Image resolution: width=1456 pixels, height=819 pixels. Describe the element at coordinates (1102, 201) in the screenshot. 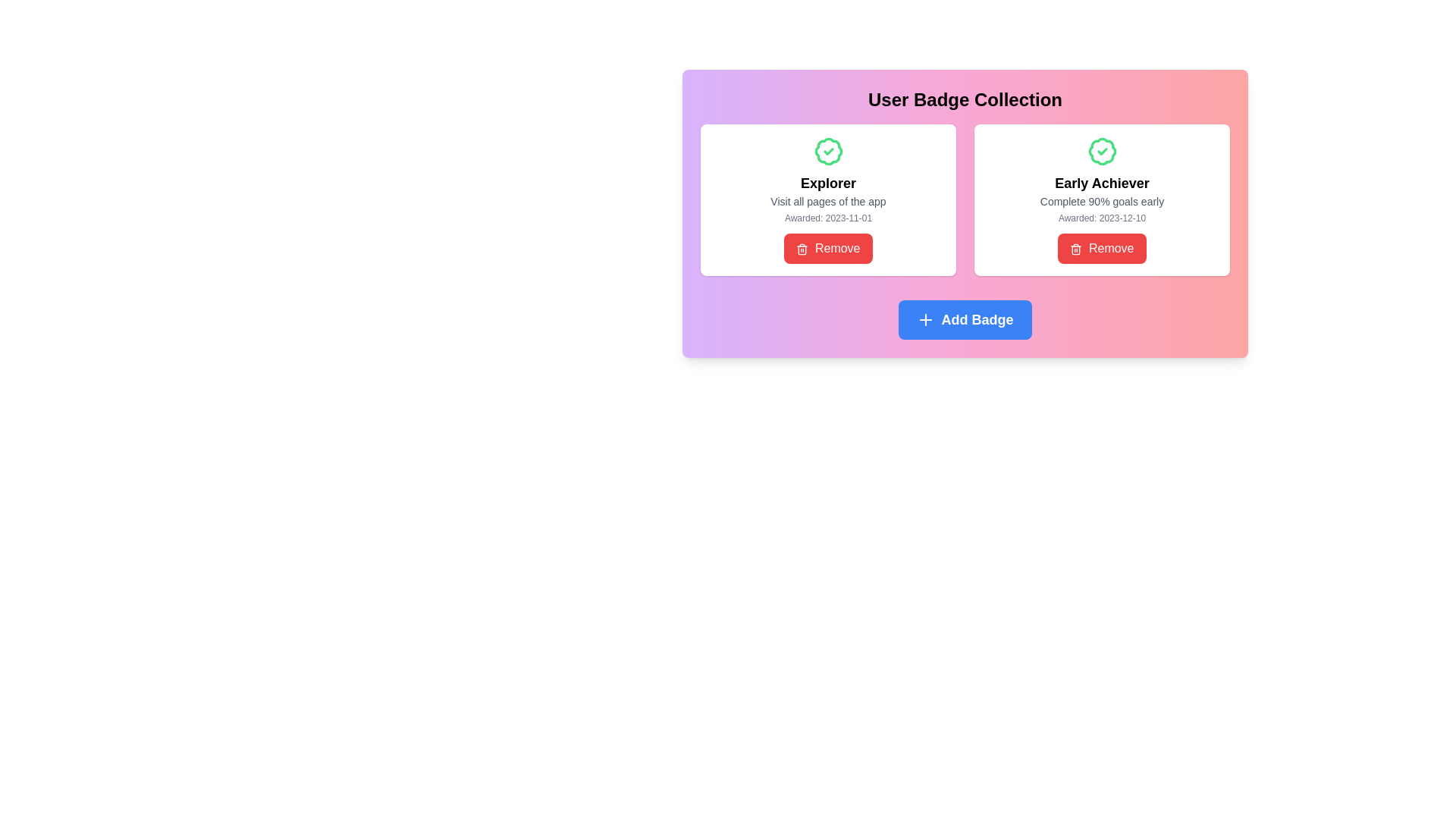

I see `the descriptive text element located below the 'Early Achiever' title and above the 'Remove' button in the right badge card of the 'User Badge Collection' section` at that location.